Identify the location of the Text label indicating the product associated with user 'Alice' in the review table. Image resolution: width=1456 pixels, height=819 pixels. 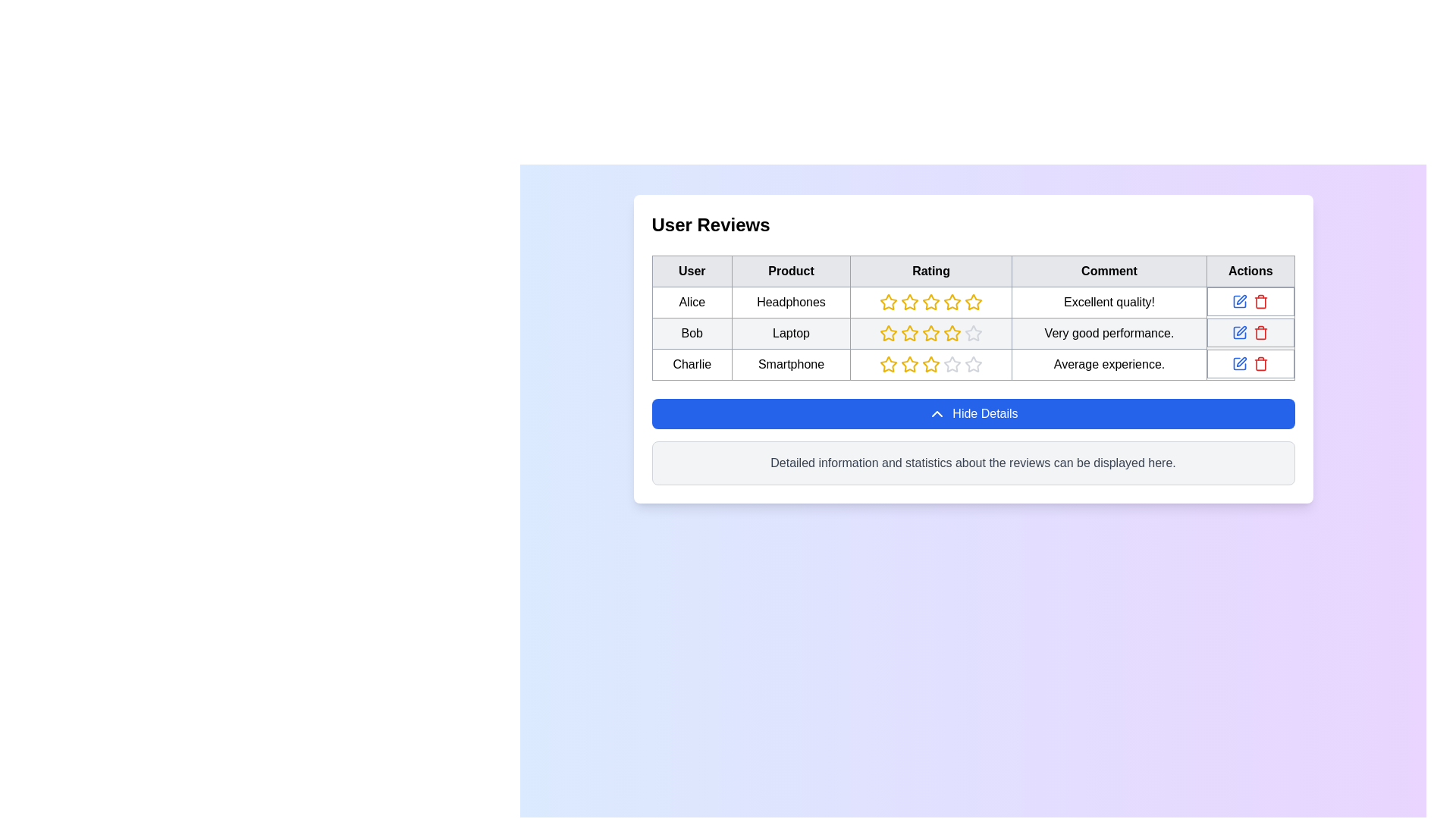
(790, 302).